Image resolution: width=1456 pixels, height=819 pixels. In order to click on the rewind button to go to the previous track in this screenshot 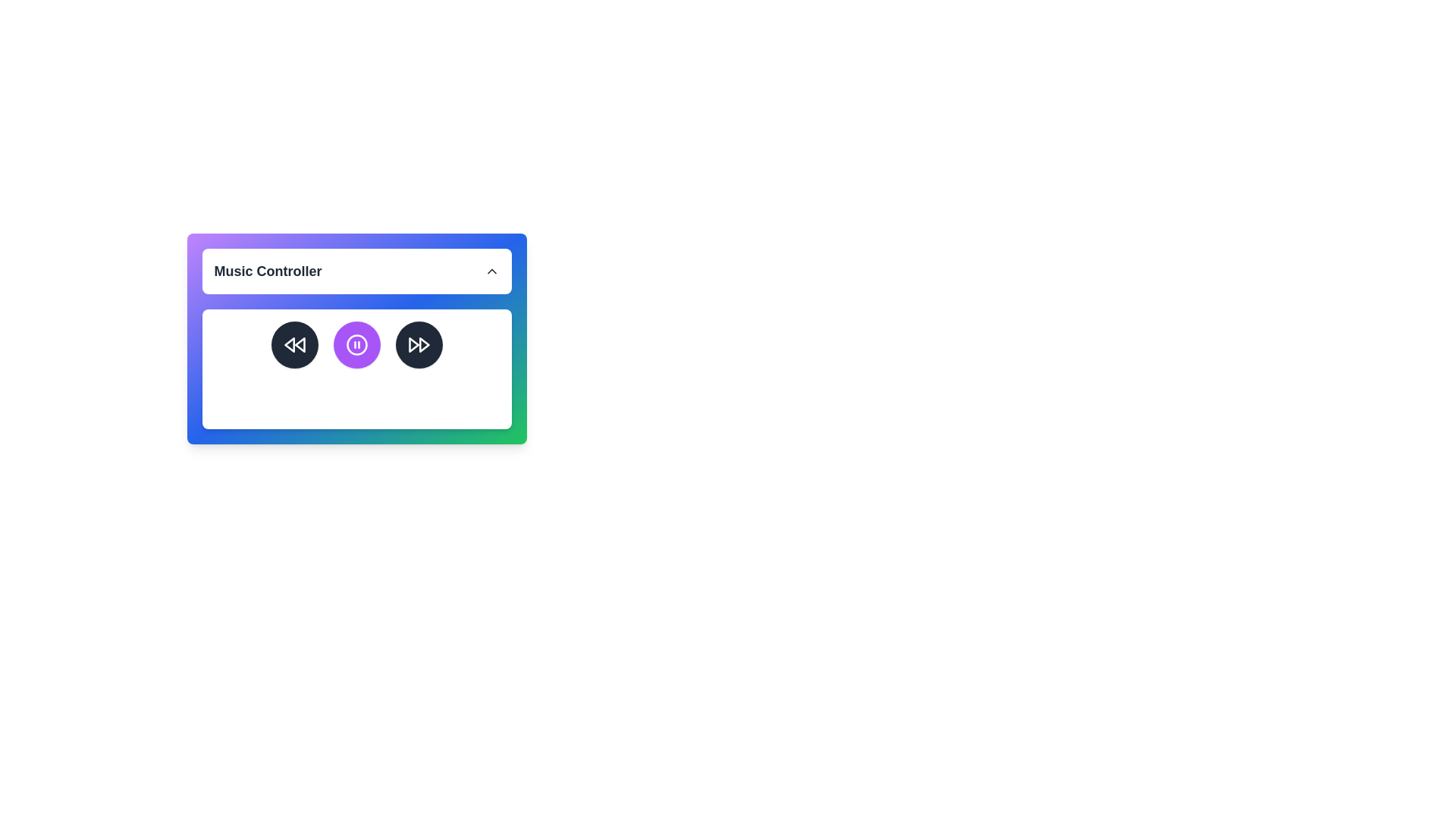, I will do `click(294, 345)`.